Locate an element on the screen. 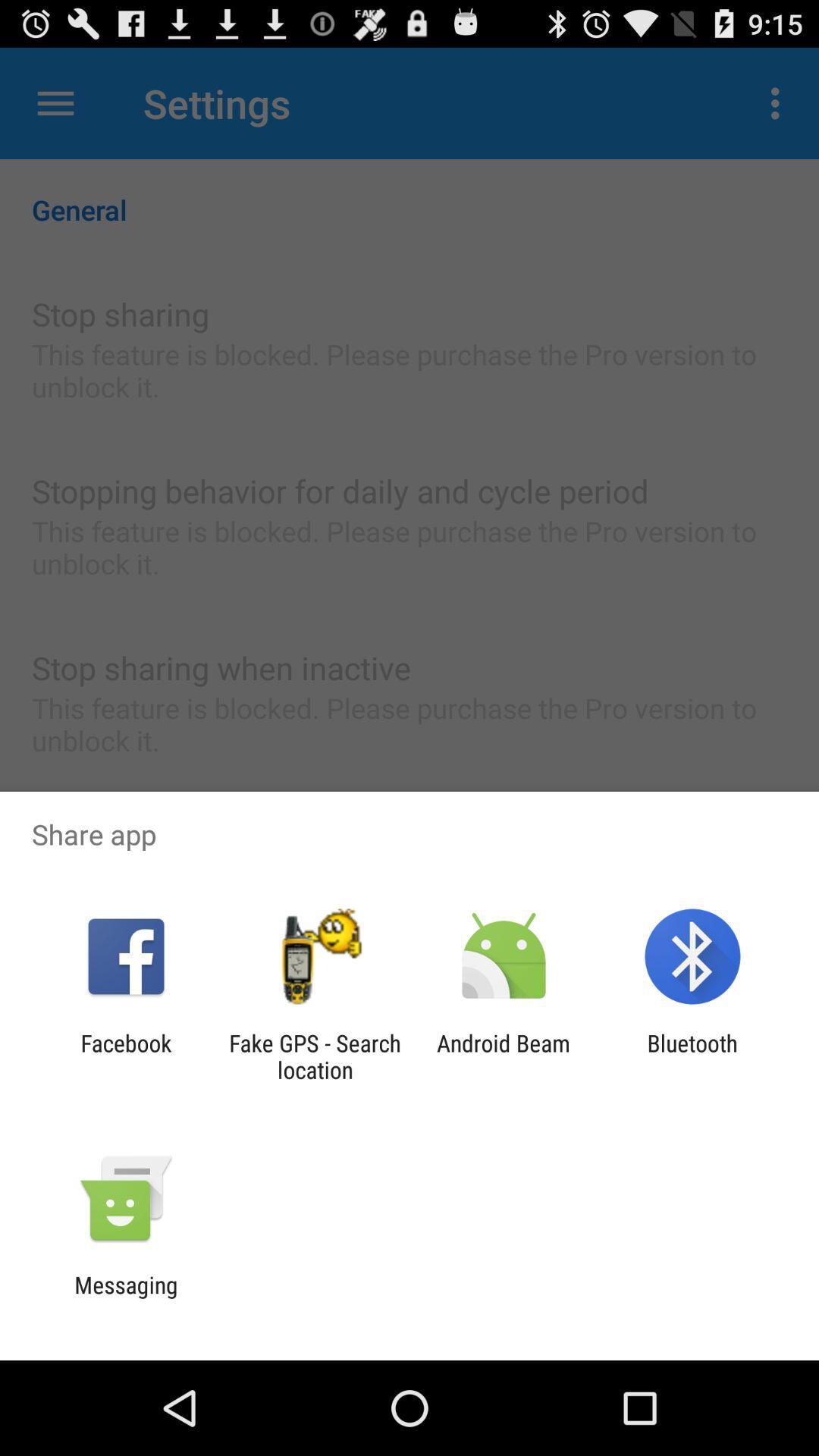 This screenshot has height=1456, width=819. facebook app is located at coordinates (125, 1056).